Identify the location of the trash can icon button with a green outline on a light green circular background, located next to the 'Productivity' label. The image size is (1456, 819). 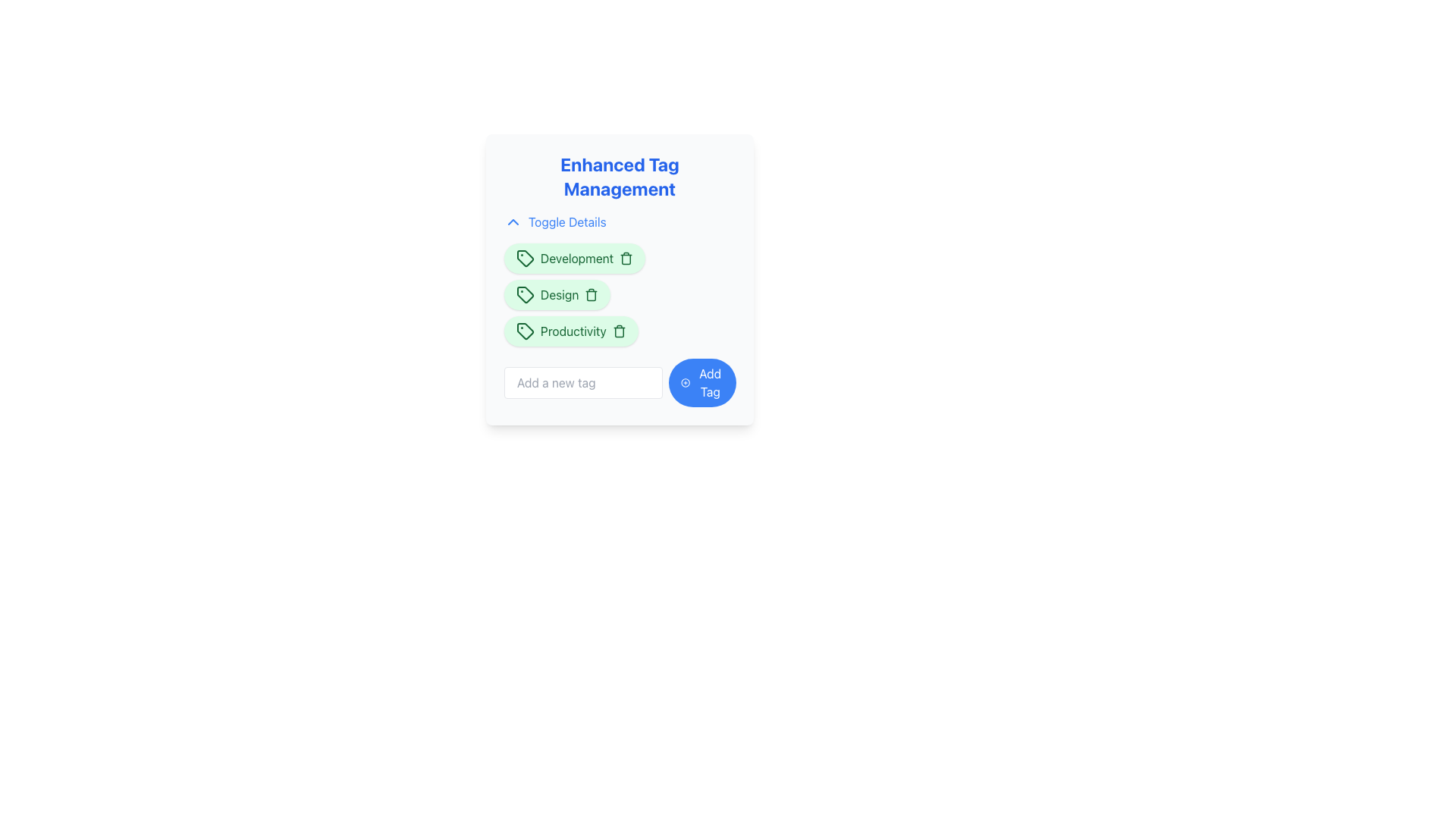
(619, 330).